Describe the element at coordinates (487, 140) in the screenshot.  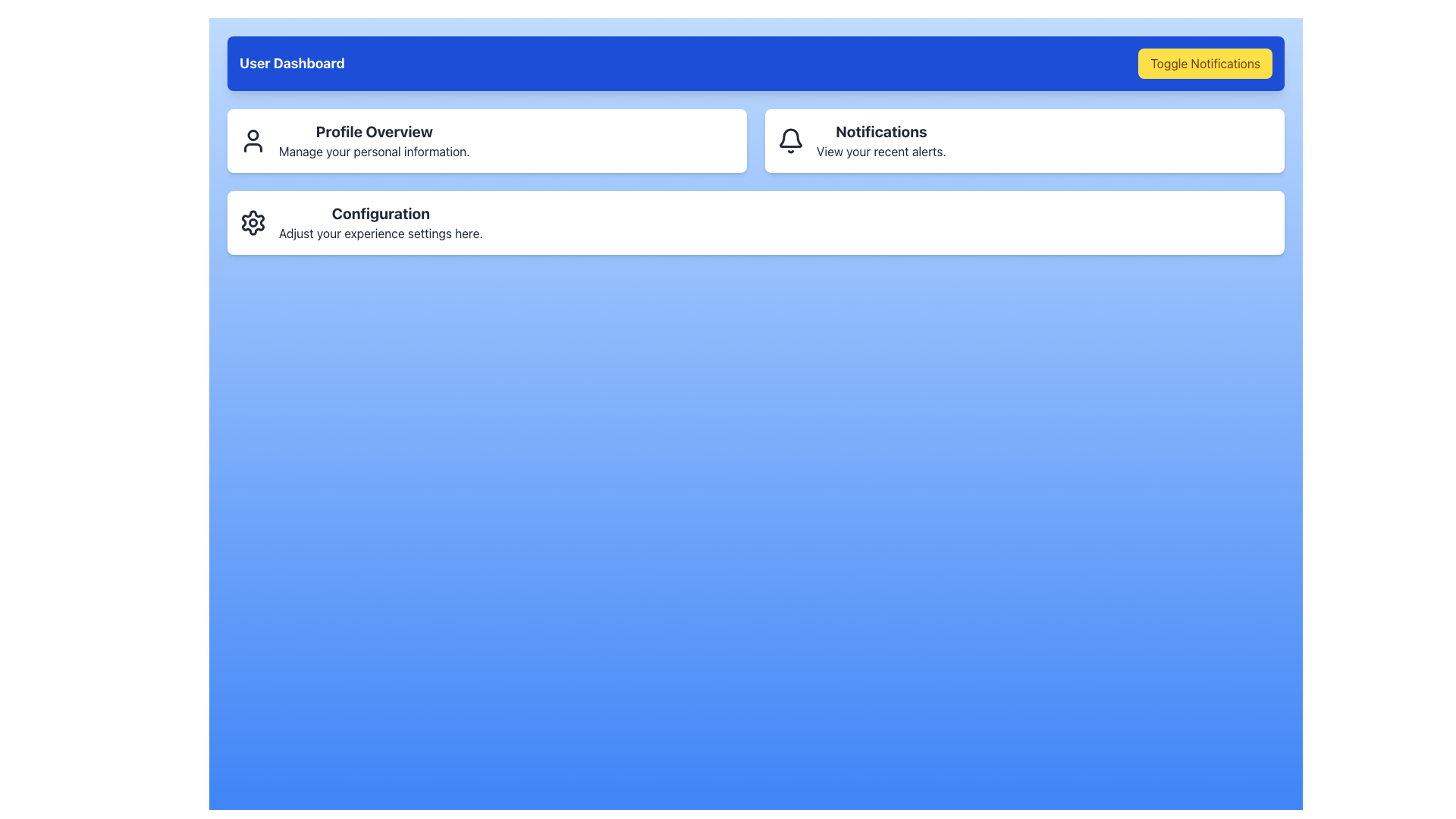
I see `the informational card that introduces the user to managing personal information, located at the top-left section of the interface` at that location.